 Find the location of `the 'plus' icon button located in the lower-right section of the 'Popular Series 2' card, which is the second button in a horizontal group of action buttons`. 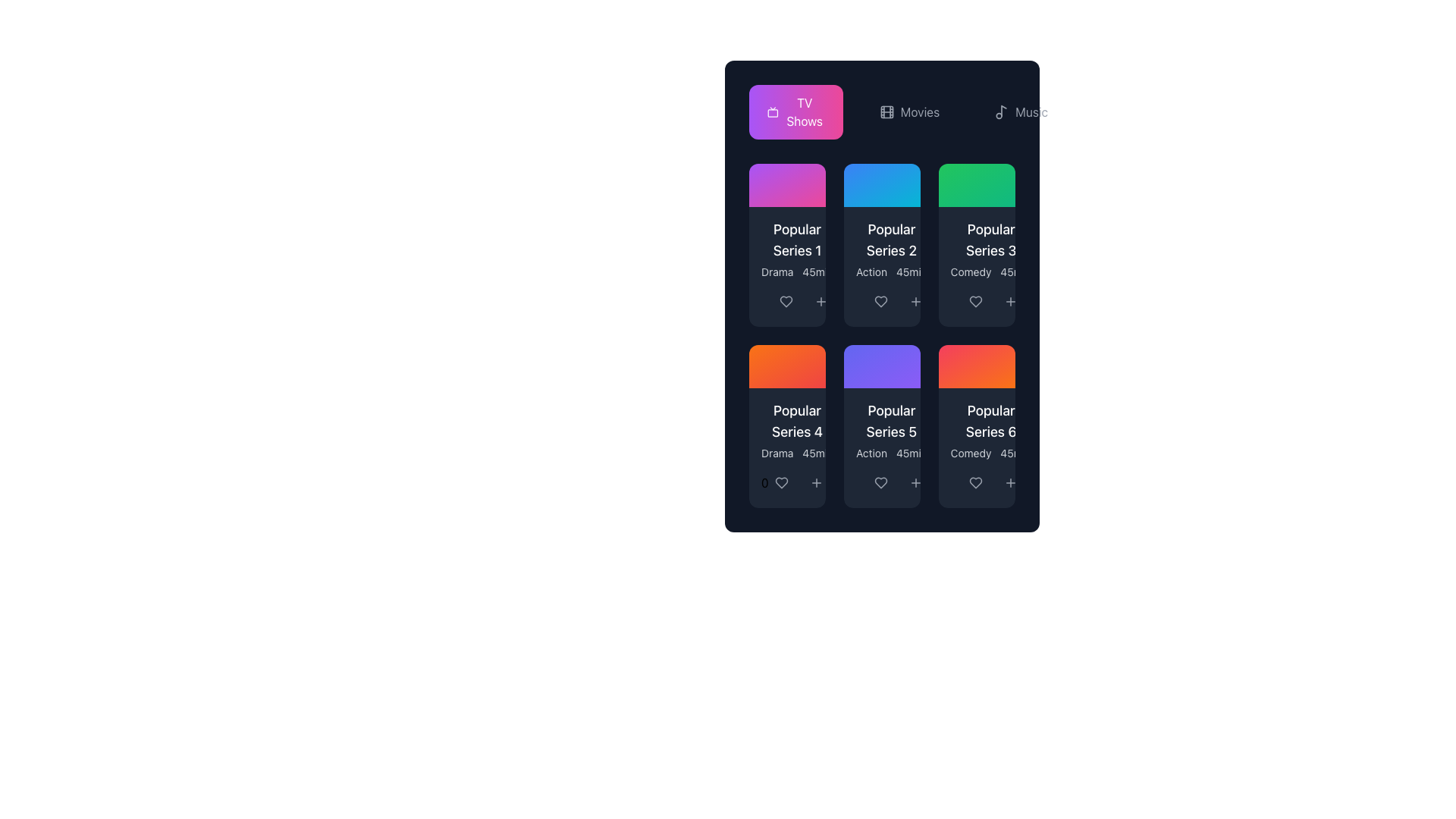

the 'plus' icon button located in the lower-right section of the 'Popular Series 2' card, which is the second button in a horizontal group of action buttons is located at coordinates (915, 301).